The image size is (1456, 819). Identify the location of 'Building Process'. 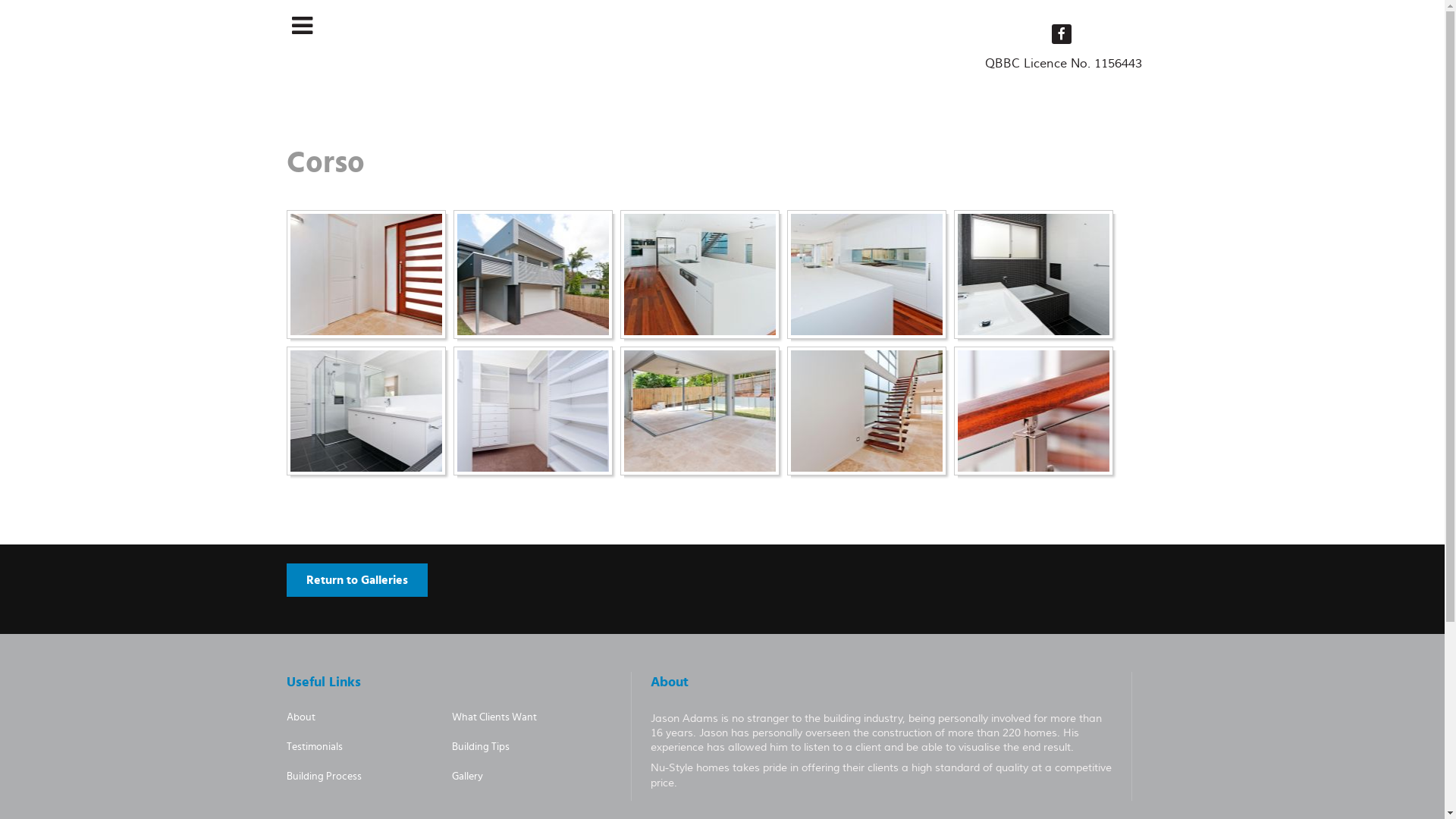
(287, 776).